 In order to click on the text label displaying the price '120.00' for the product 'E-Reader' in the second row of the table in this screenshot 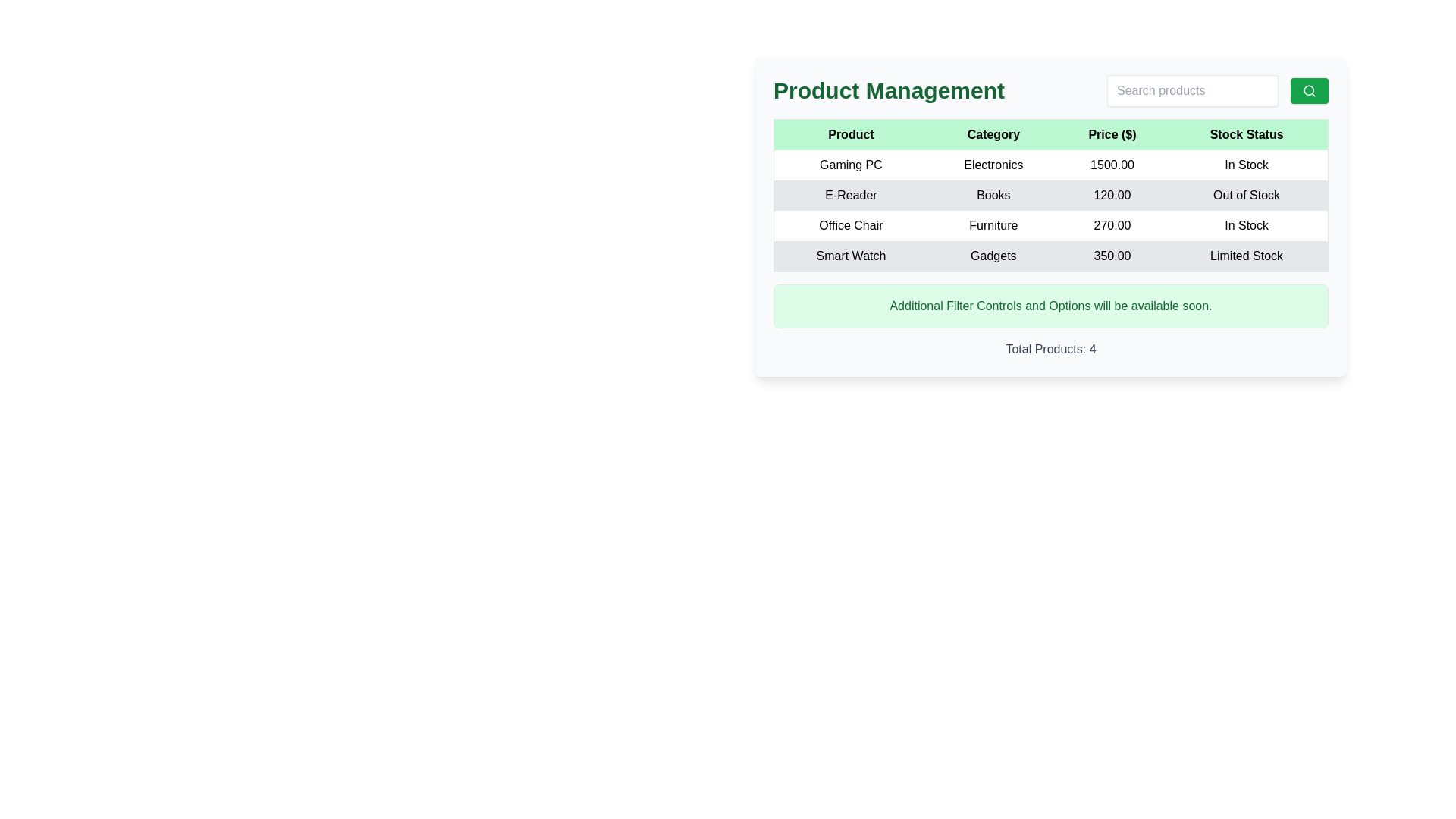, I will do `click(1112, 195)`.